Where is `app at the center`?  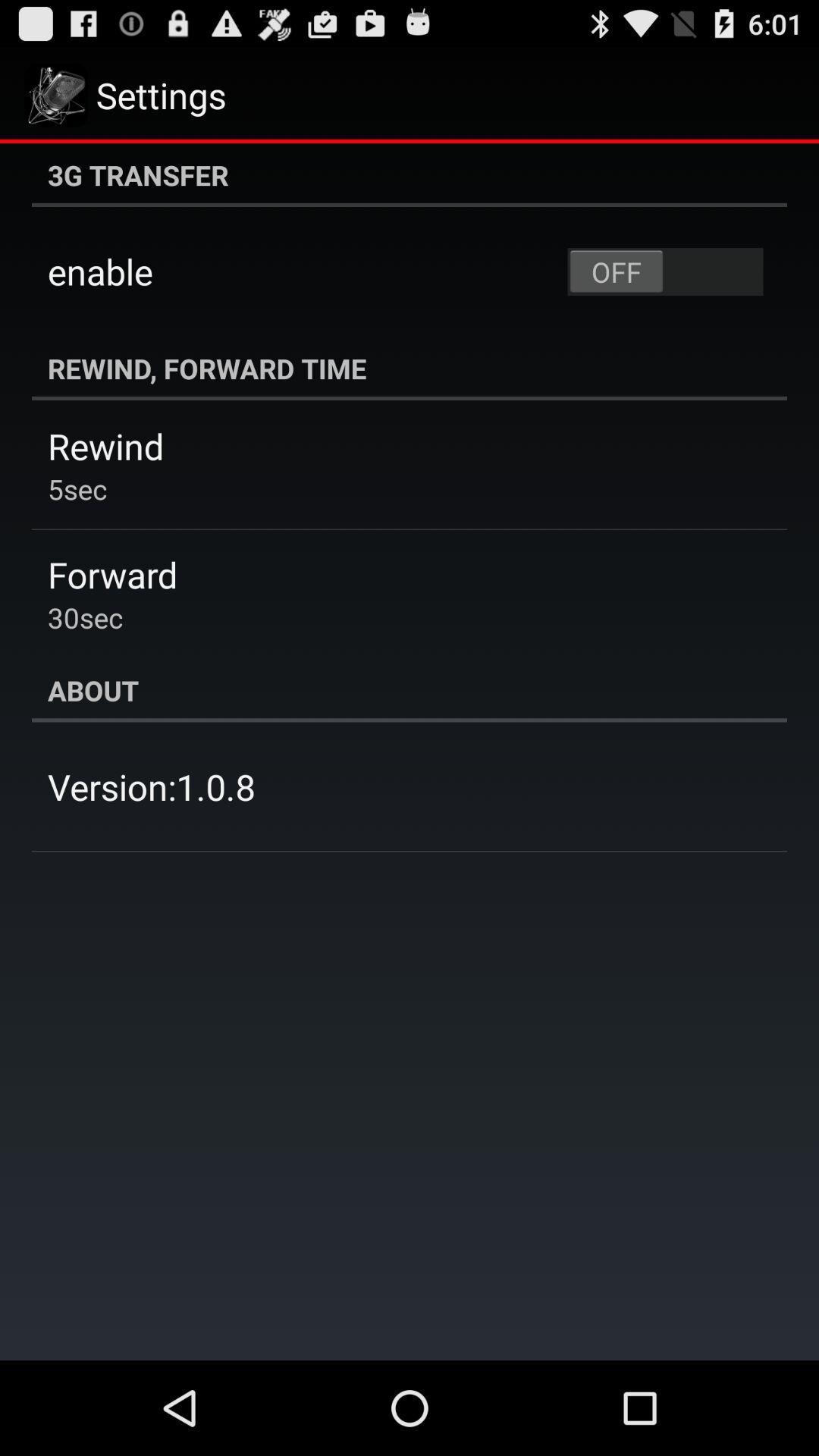
app at the center is located at coordinates (409, 689).